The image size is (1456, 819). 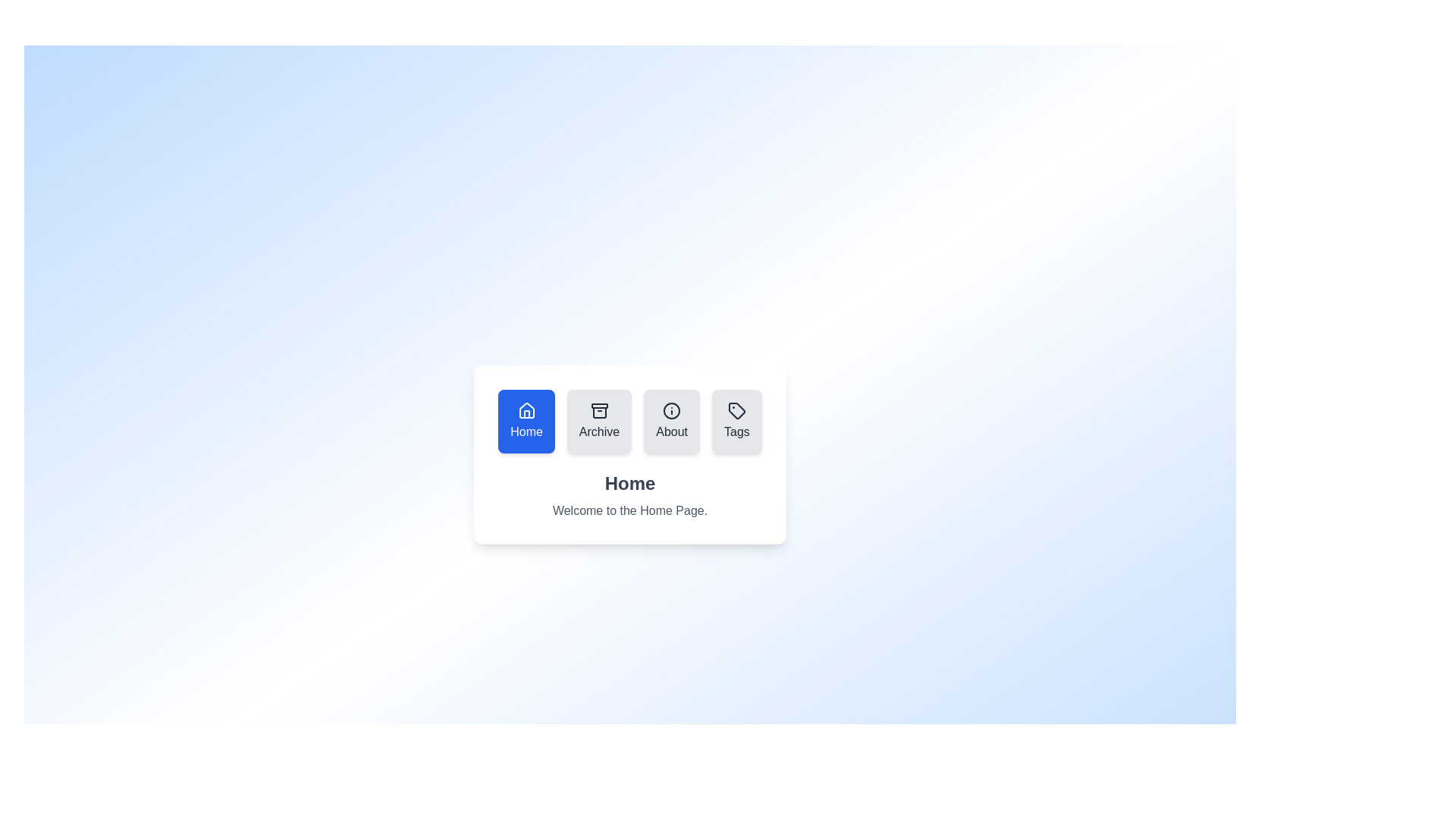 I want to click on the About tab by clicking on its button, so click(x=671, y=421).